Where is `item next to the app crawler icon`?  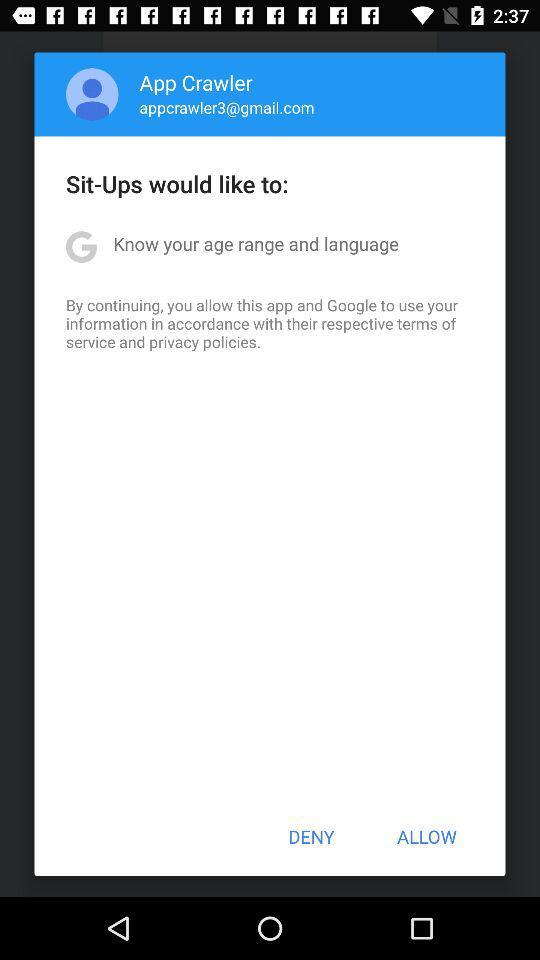
item next to the app crawler icon is located at coordinates (91, 94).